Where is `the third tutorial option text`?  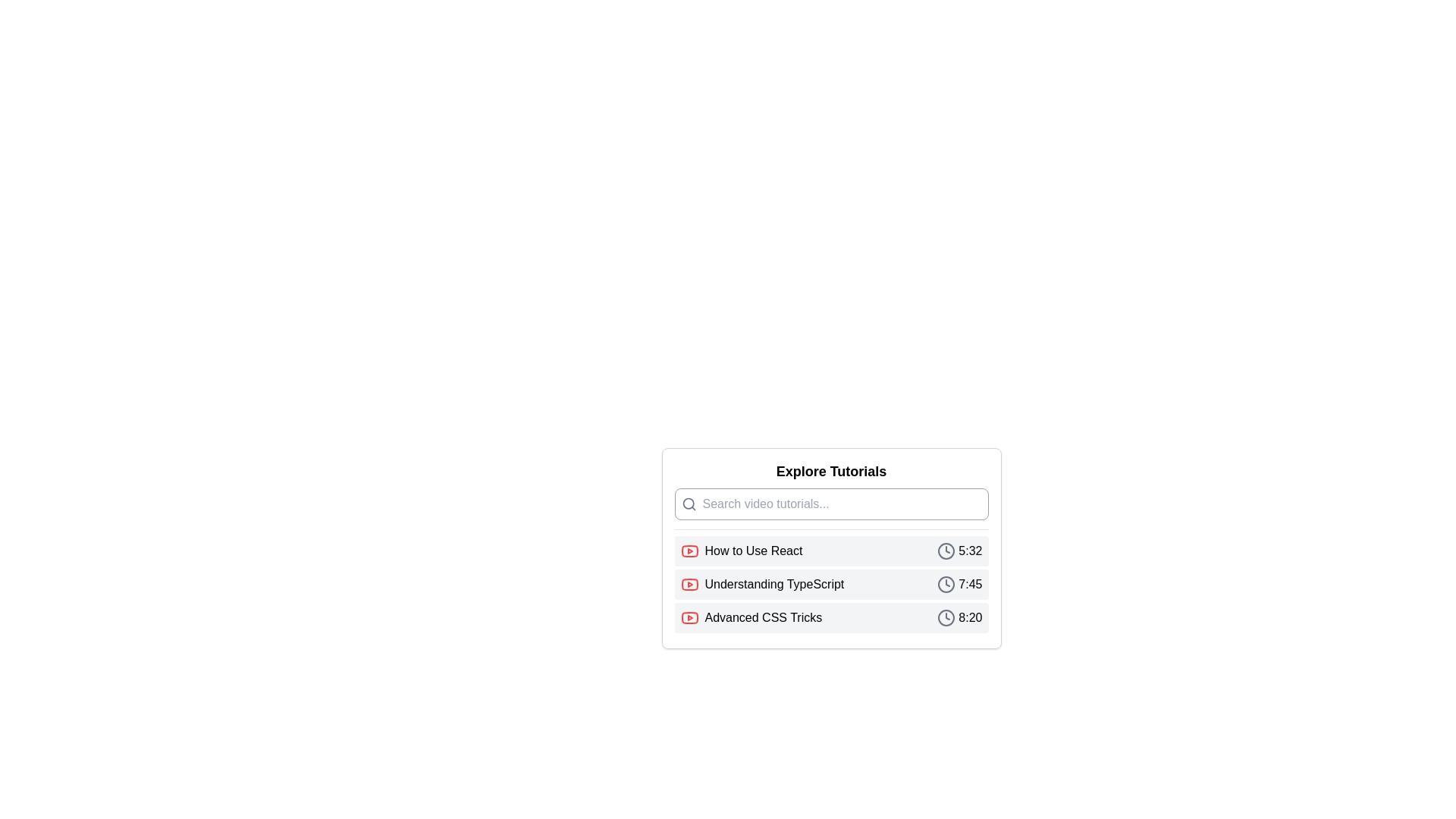 the third tutorial option text is located at coordinates (763, 617).